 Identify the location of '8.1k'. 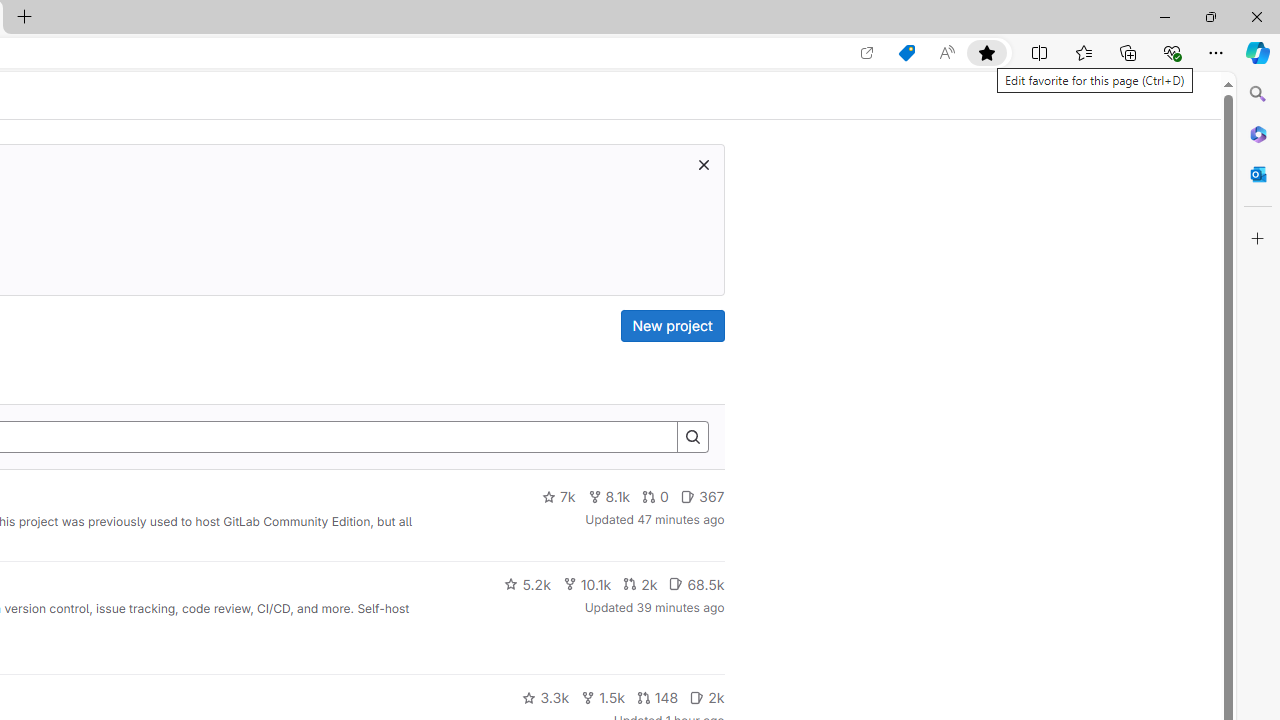
(608, 496).